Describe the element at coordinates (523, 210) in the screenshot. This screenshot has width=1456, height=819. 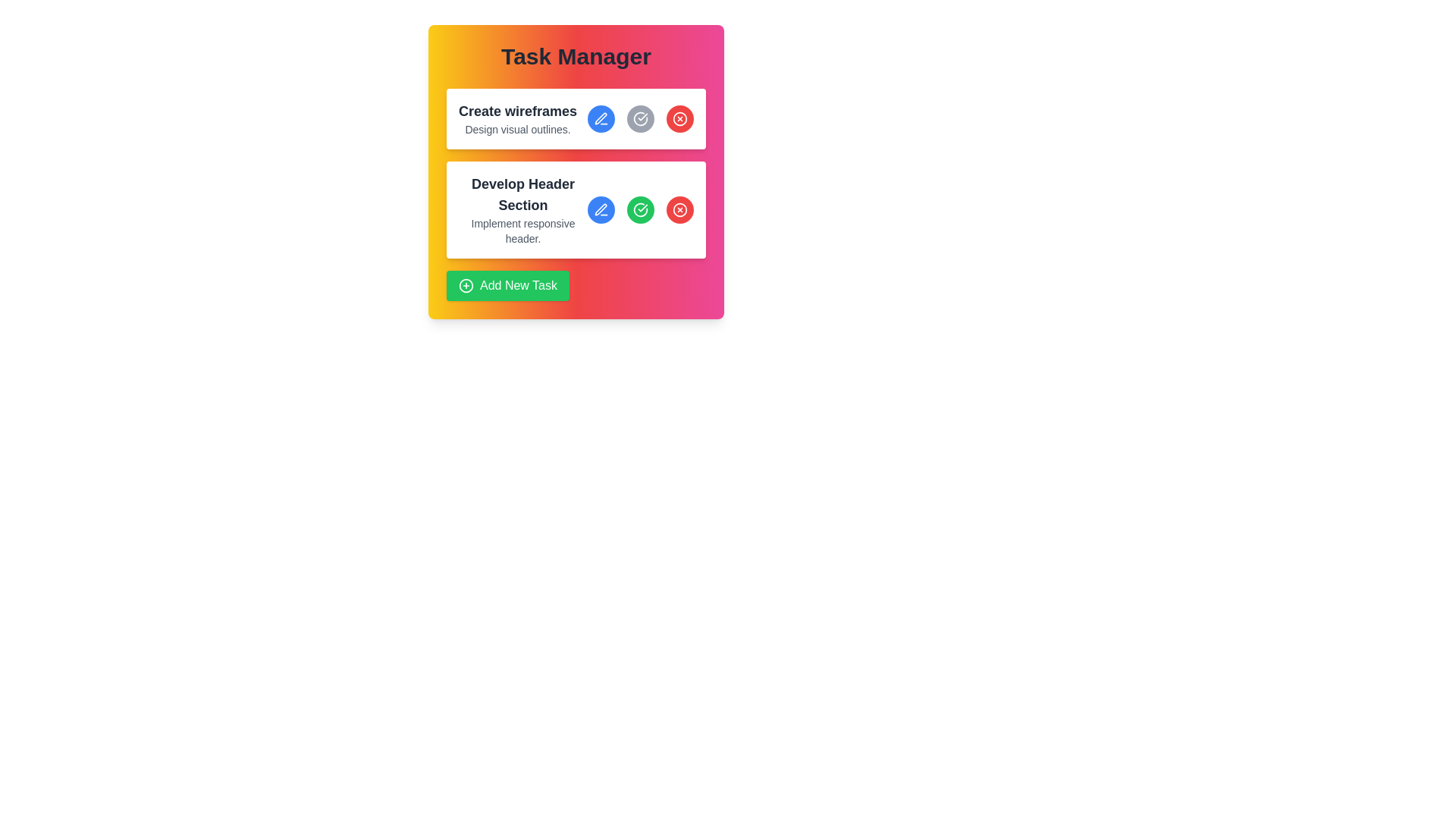
I see `the list item that contains the bold text 'Develop Header Section' and the smaller grayed-out text 'Implement responsive header'` at that location.